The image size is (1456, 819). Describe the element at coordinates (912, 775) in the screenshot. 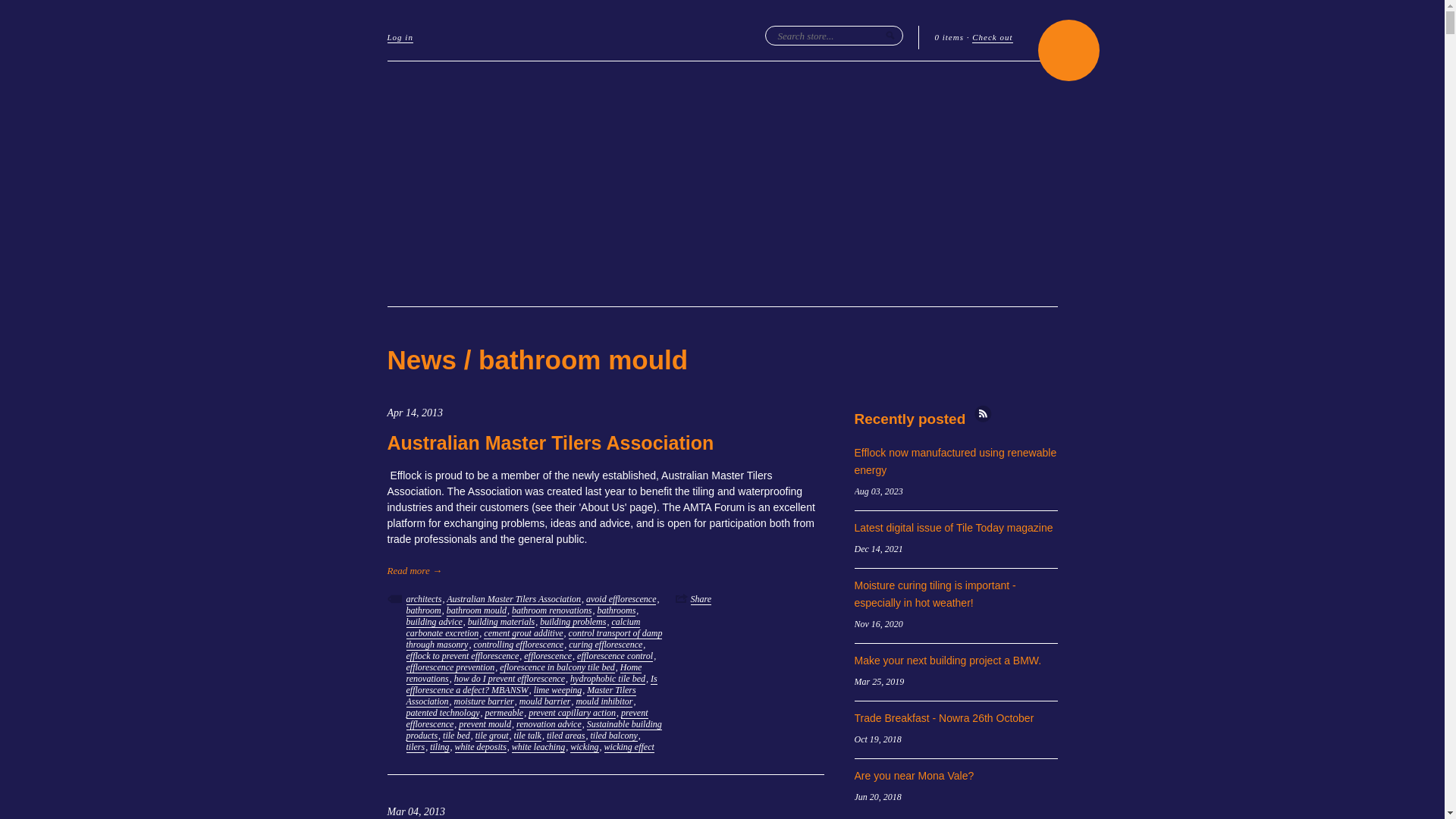

I see `'Are you near Mona Vale?'` at that location.